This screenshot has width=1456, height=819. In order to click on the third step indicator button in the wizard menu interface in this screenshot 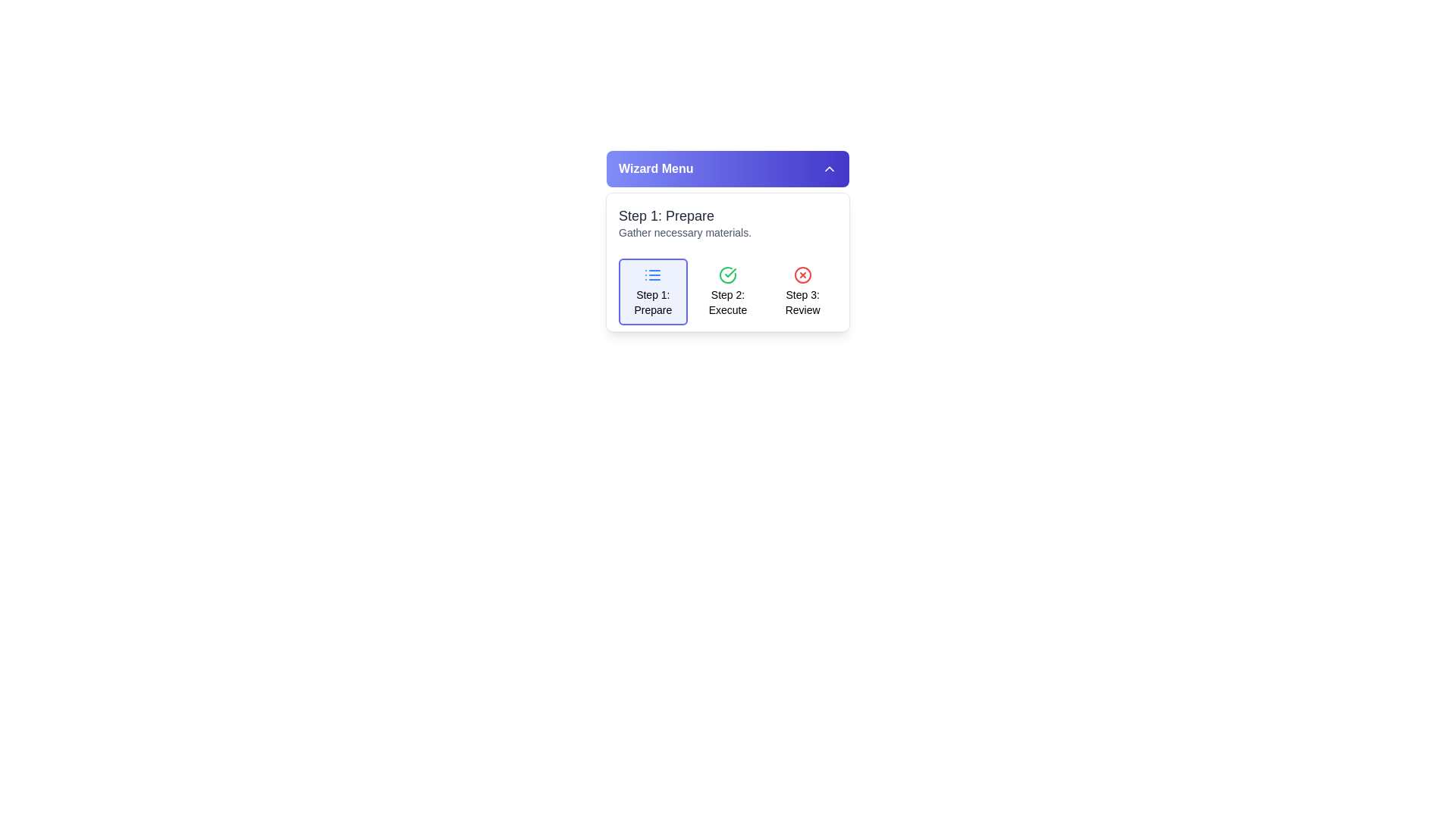, I will do `click(802, 302)`.